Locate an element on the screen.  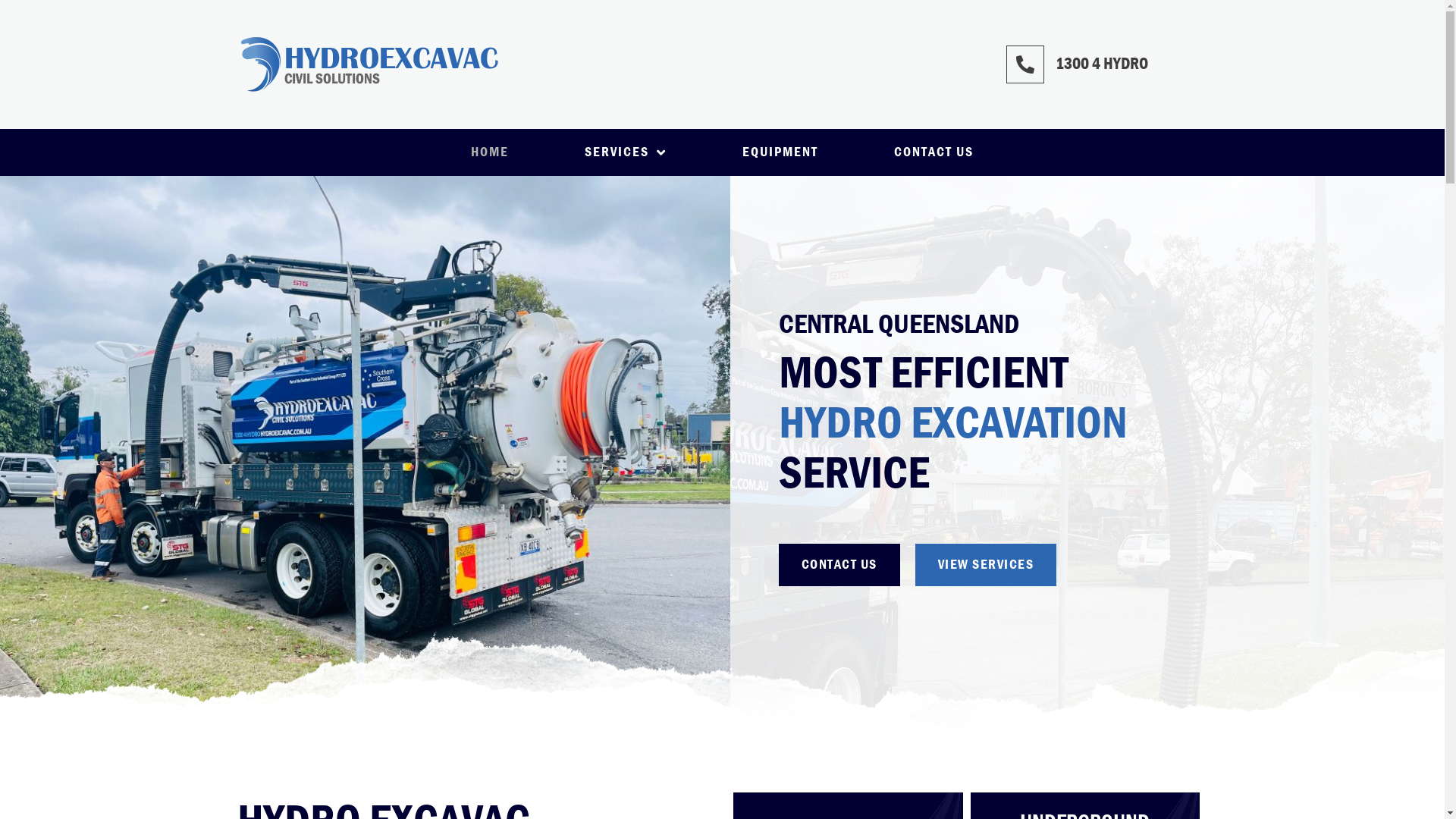
'1300 4 HYDRO' is located at coordinates (1055, 63).